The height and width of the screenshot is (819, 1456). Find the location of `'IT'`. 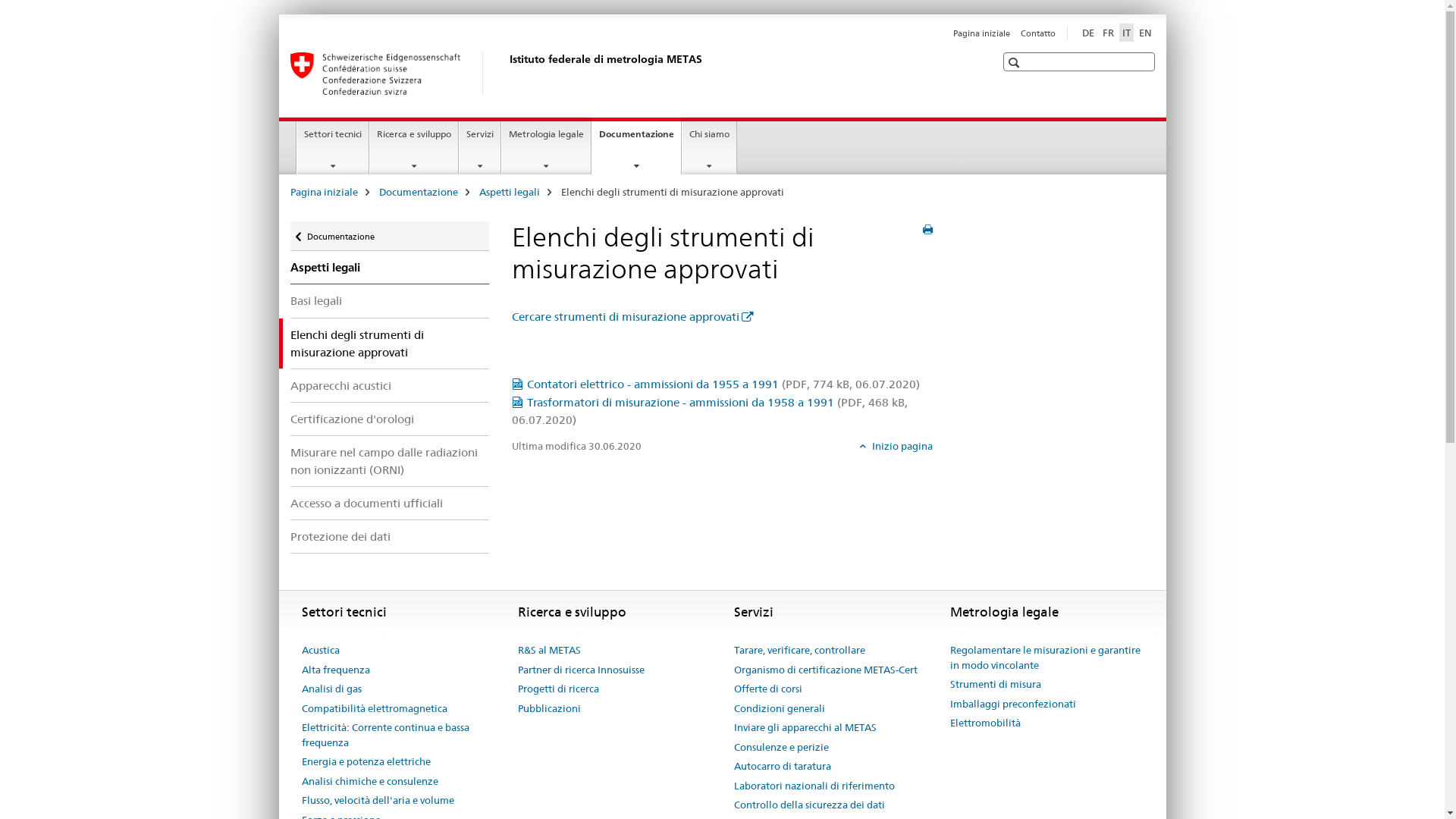

'IT' is located at coordinates (1126, 32).